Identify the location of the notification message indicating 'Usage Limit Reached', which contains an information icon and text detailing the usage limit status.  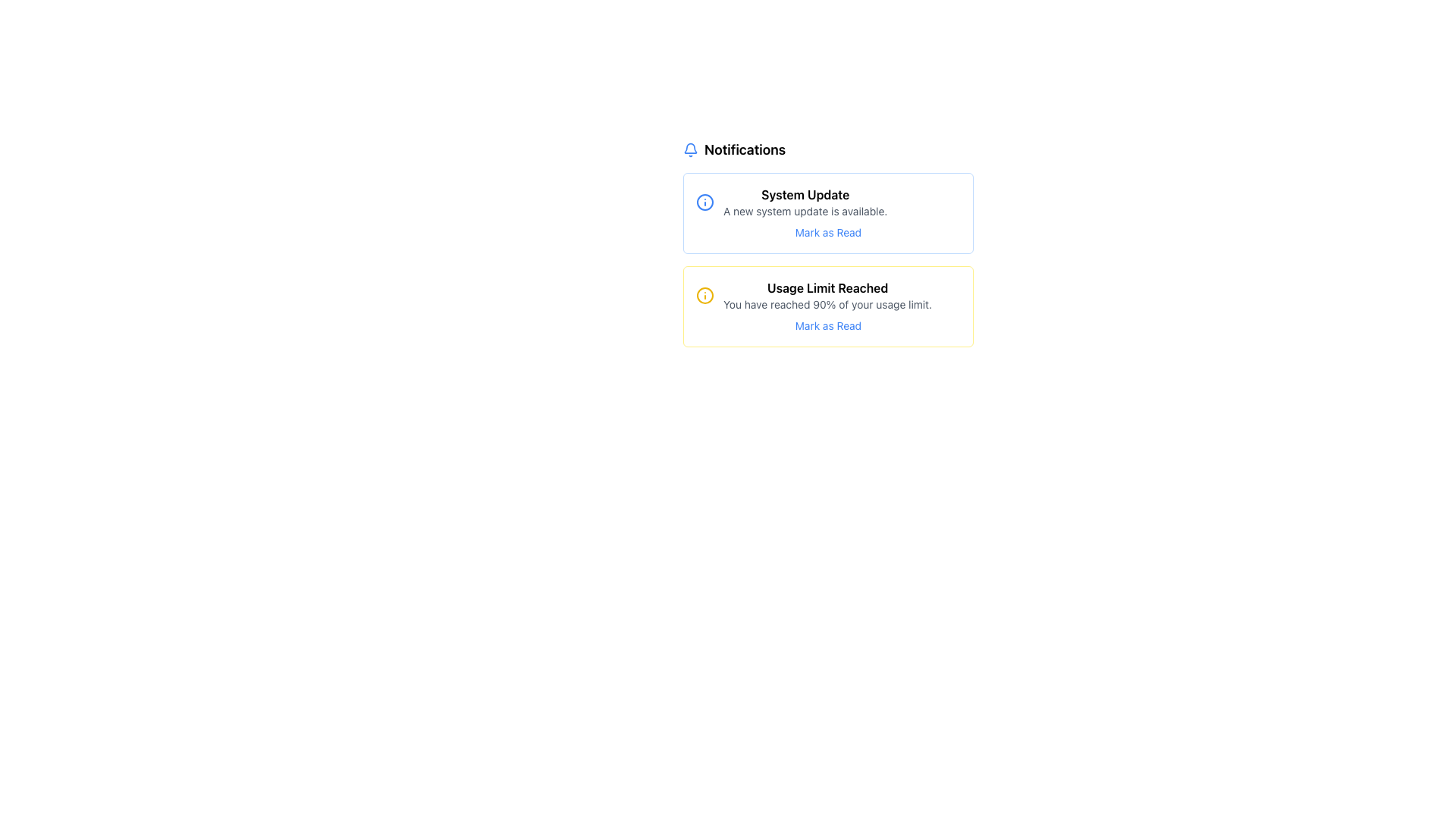
(827, 295).